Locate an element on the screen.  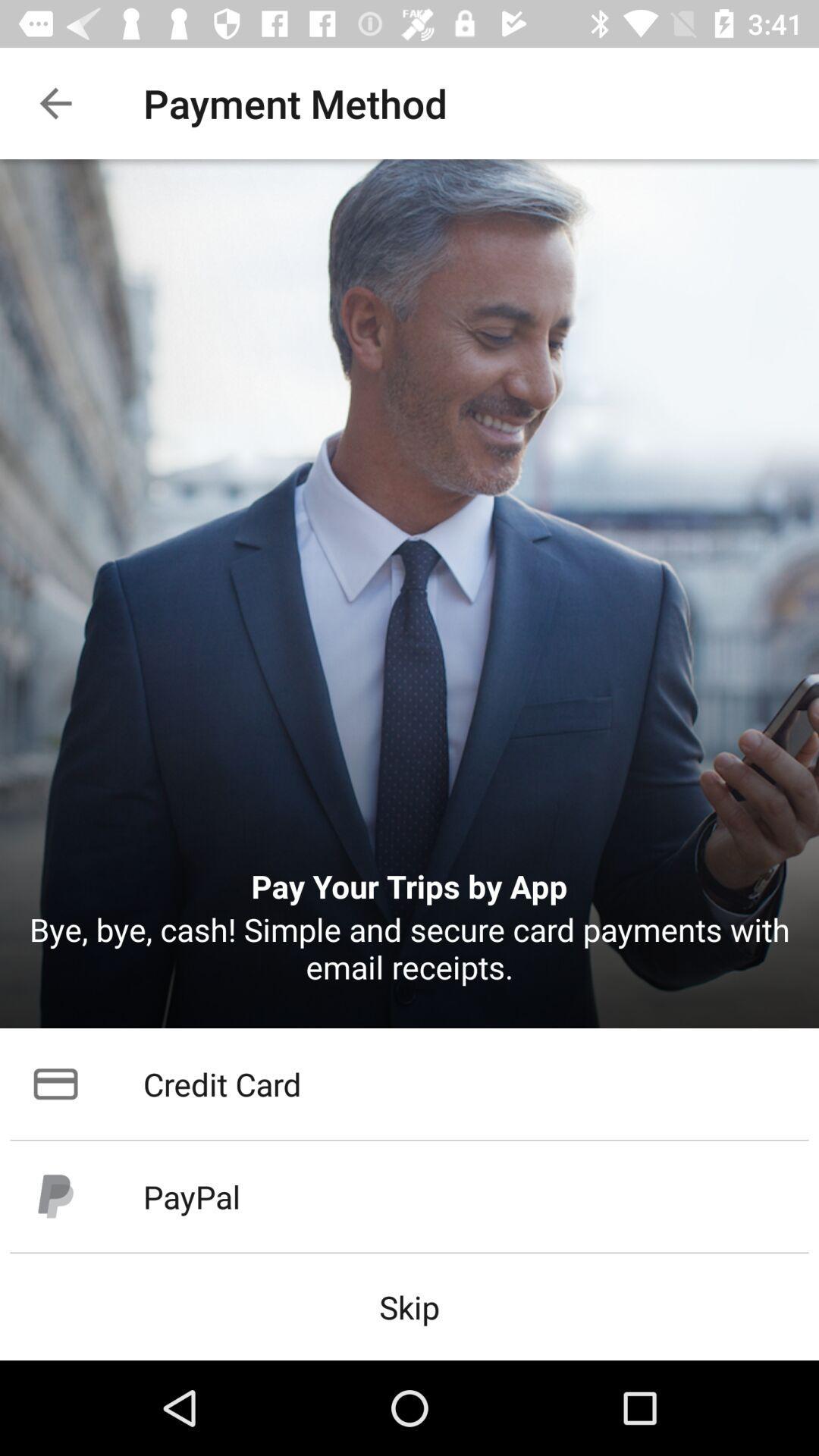
the icon above the skip is located at coordinates (409, 1196).